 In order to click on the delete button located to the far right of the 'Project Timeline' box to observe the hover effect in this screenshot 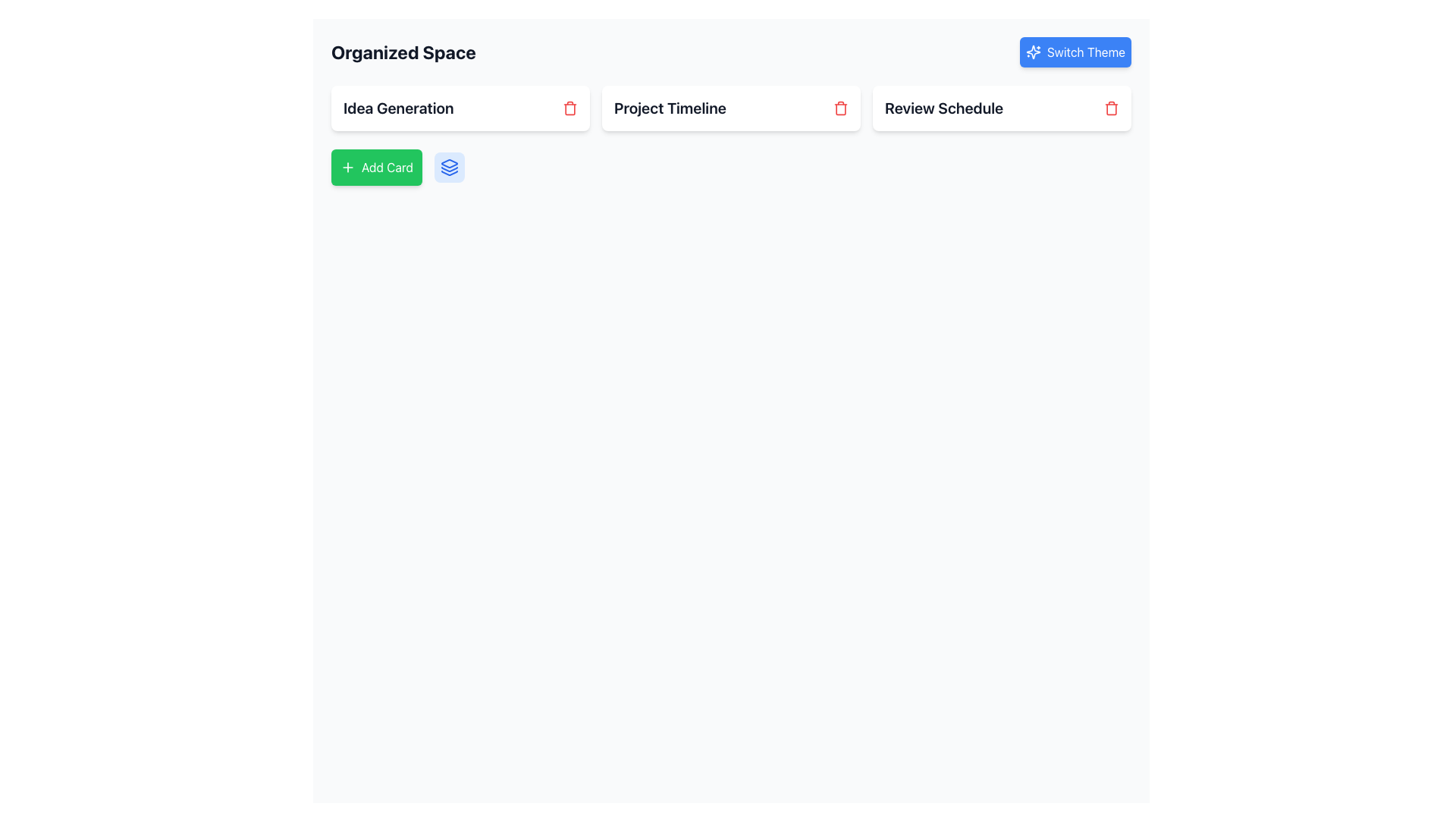, I will do `click(839, 107)`.